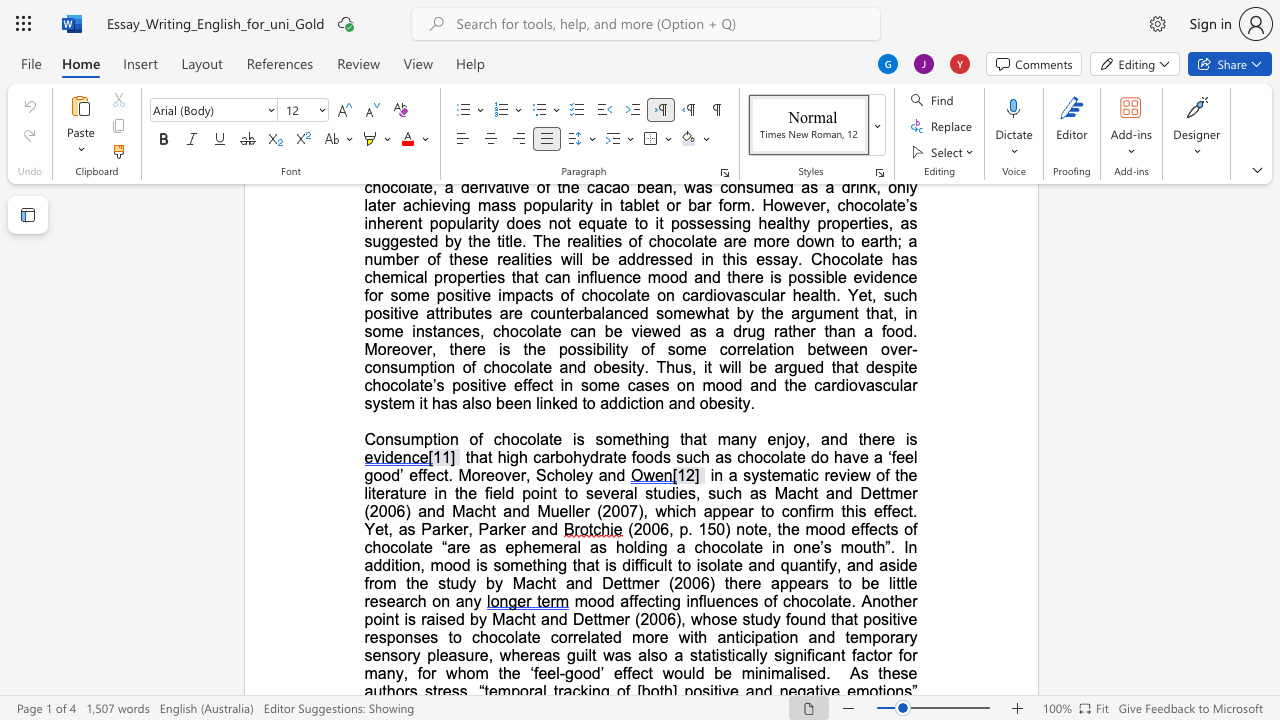 The height and width of the screenshot is (720, 1280). What do you see at coordinates (786, 438) in the screenshot?
I see `the 1th character "j" in the text` at bounding box center [786, 438].